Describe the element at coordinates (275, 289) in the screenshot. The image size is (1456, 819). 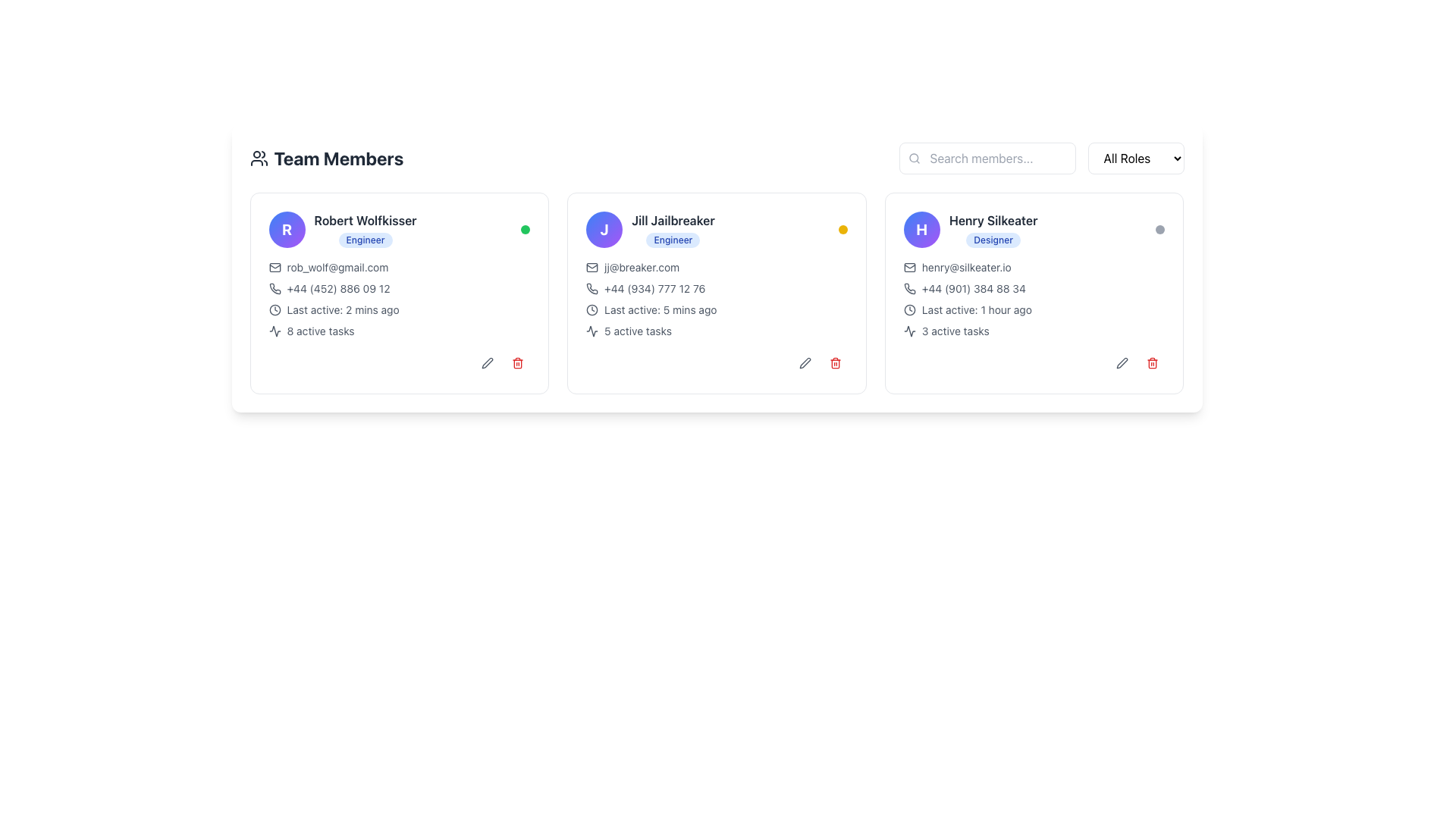
I see `the phone icon located to the left of the contact number '+44 (452) 886 09 12' within the personal contact details card for 'Robert Wolfkisser'` at that location.